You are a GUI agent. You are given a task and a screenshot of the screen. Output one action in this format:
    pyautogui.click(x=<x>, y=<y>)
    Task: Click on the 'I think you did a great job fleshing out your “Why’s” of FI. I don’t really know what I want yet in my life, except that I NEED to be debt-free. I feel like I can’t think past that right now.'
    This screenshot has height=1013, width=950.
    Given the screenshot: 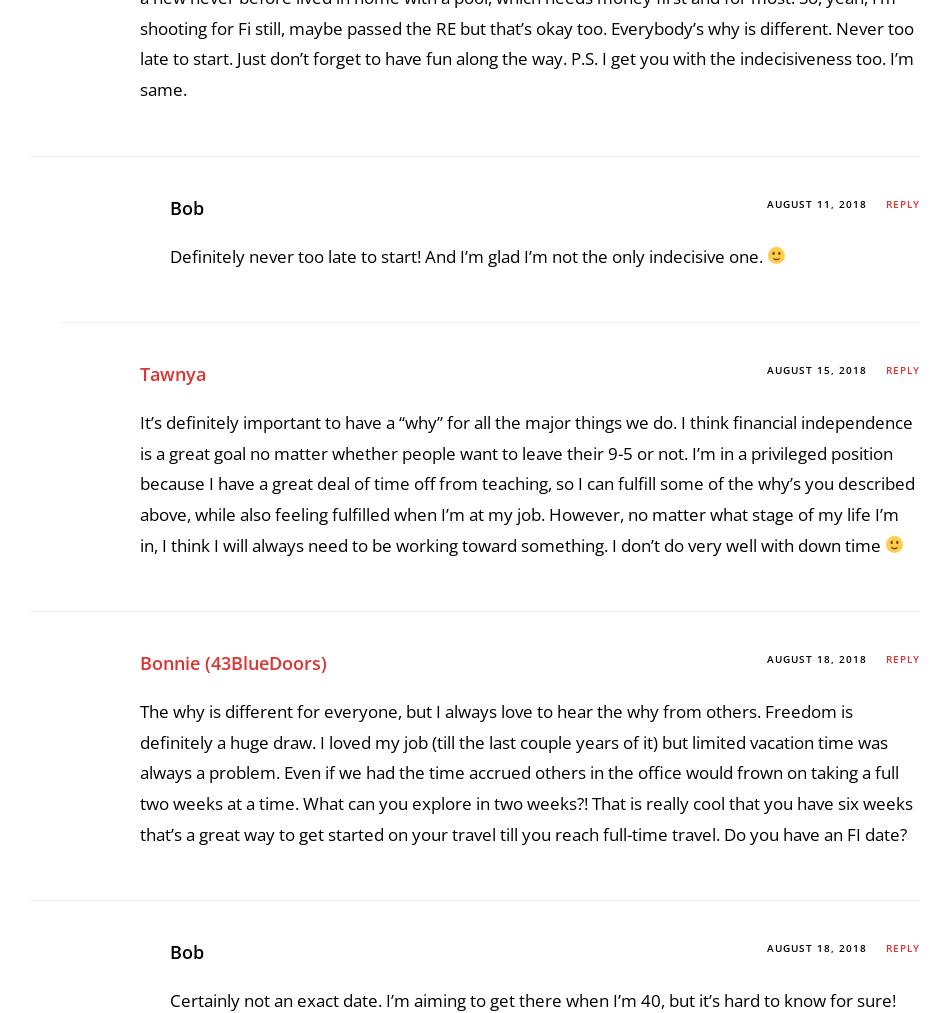 What is the action you would take?
    pyautogui.click(x=530, y=181)
    